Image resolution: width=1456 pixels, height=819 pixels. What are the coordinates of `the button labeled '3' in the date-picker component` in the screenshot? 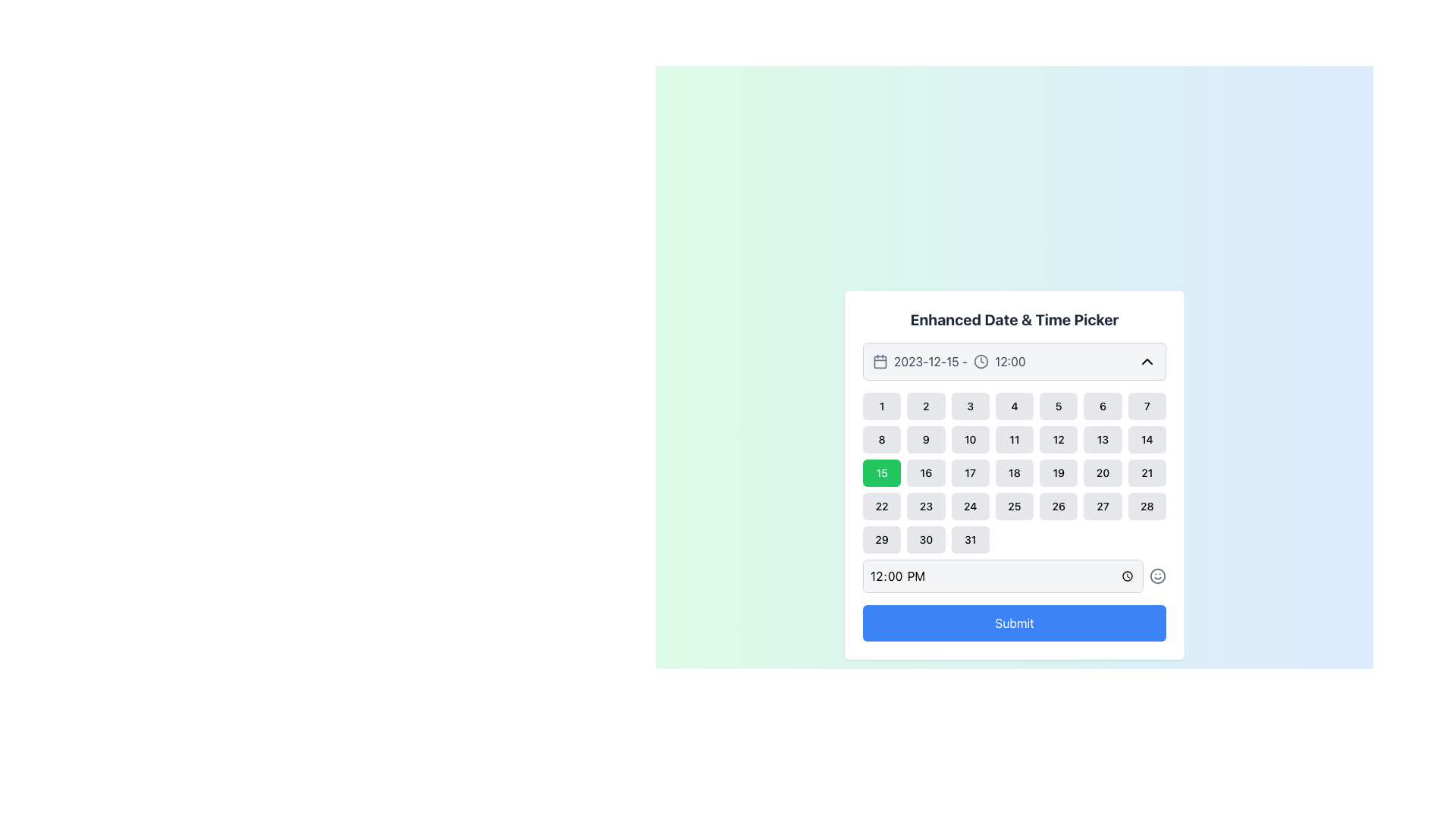 It's located at (969, 406).